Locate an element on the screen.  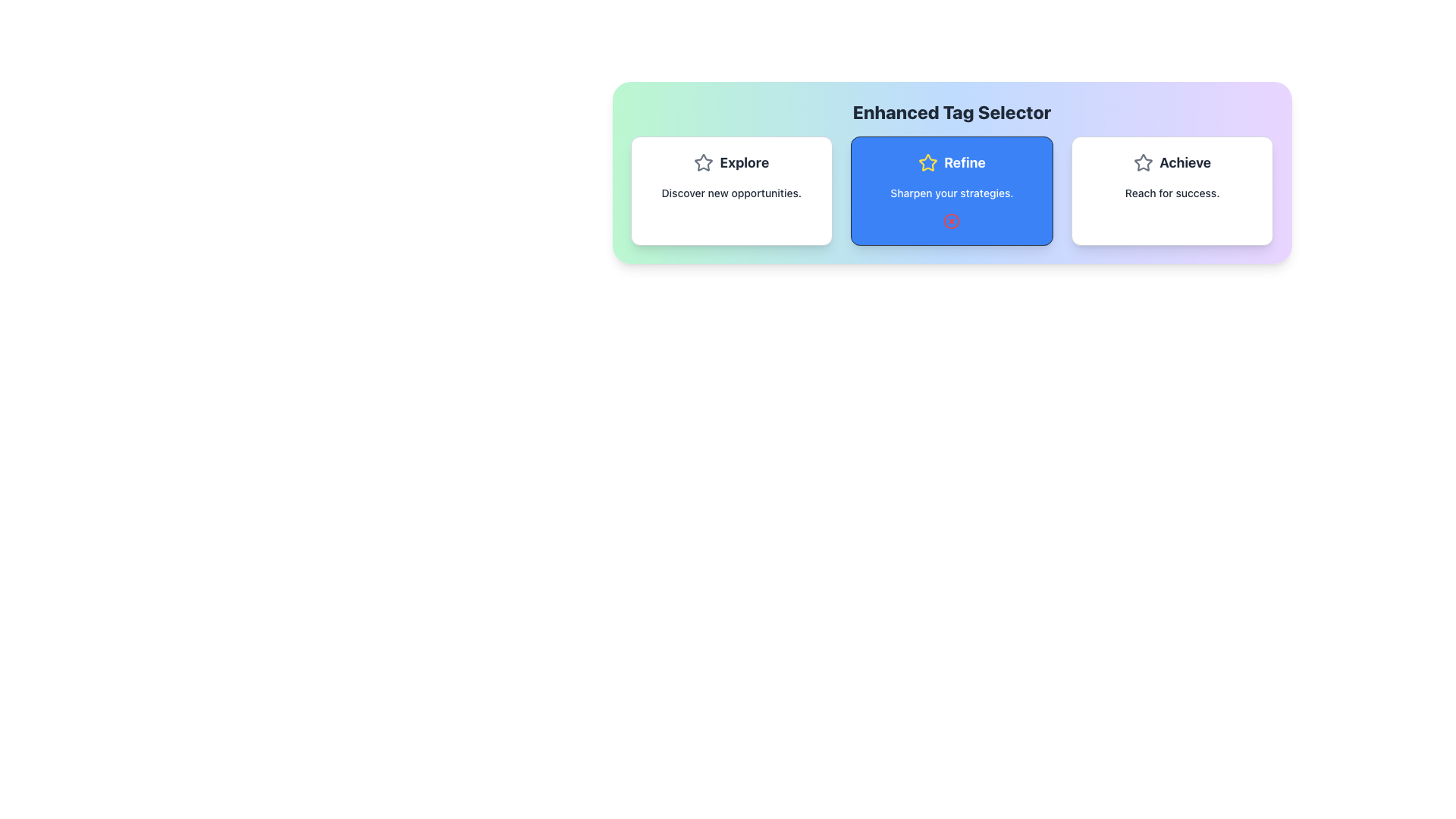
the Text Label that communicates the purpose or action goal associated with the 'Achieve' card, located in the bottom section of the 'Achieve' card component is located at coordinates (1172, 192).